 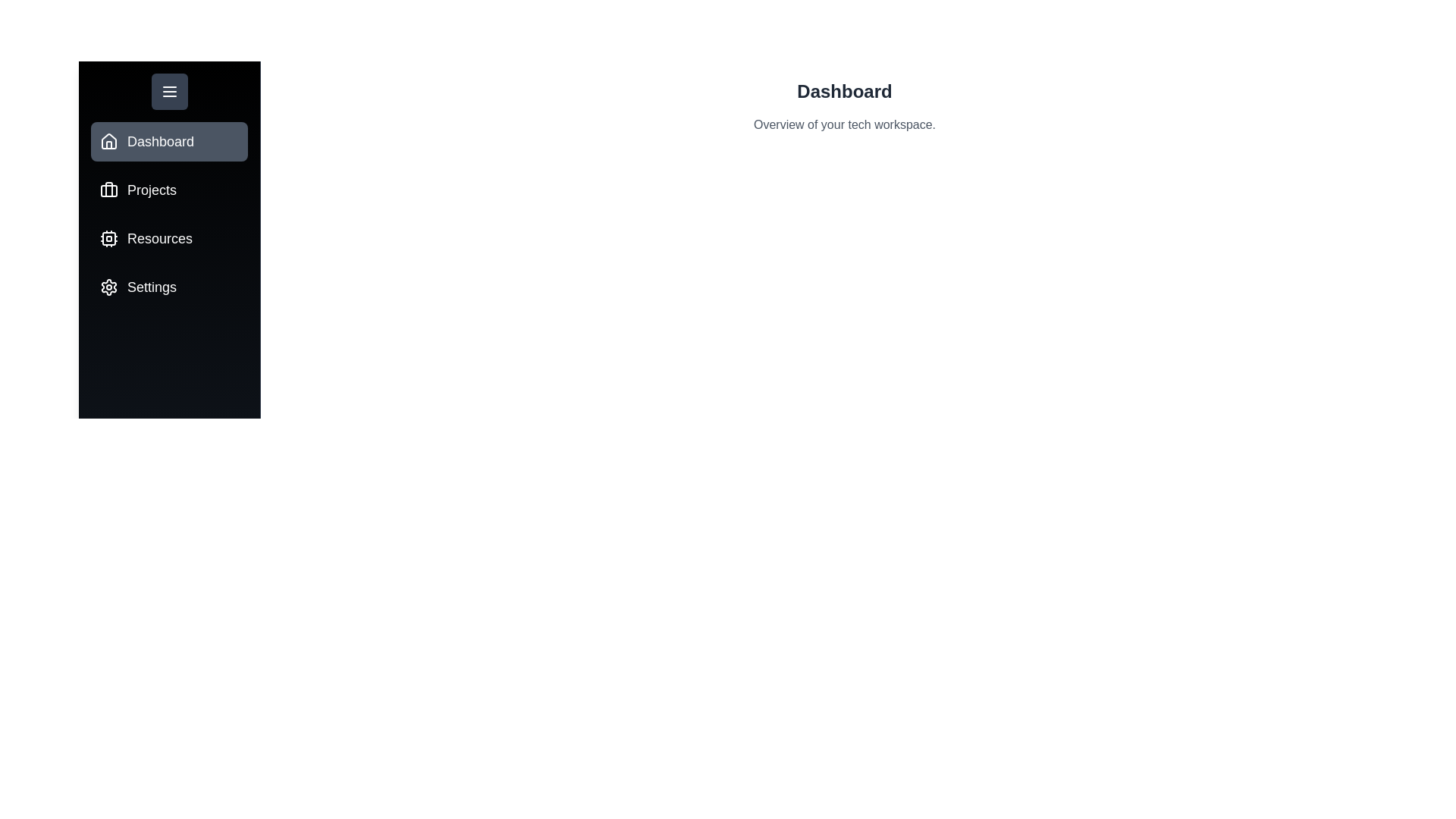 I want to click on the tab Projects from the available options, so click(x=169, y=189).